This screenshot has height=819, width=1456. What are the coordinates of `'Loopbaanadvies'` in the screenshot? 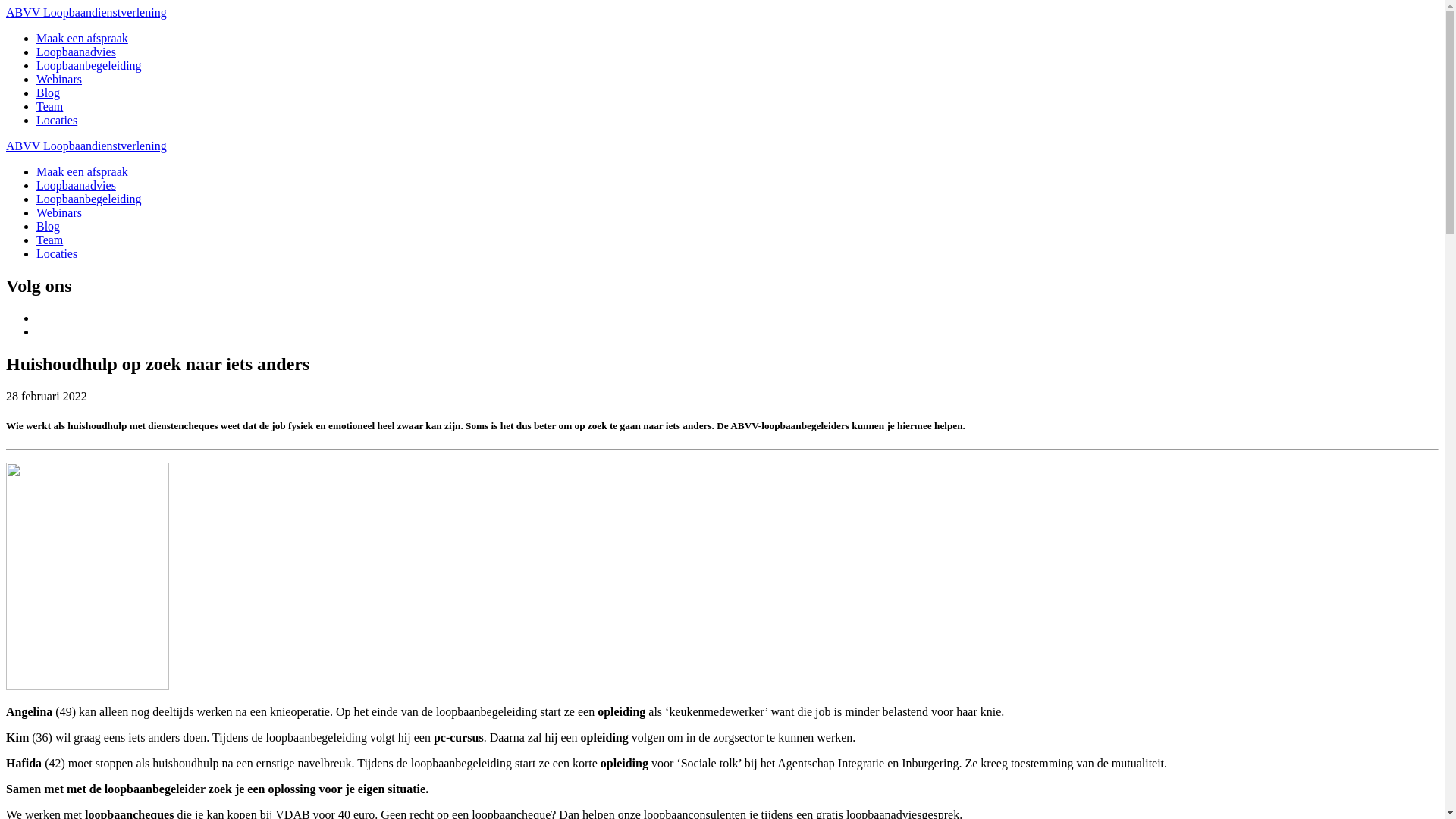 It's located at (75, 184).